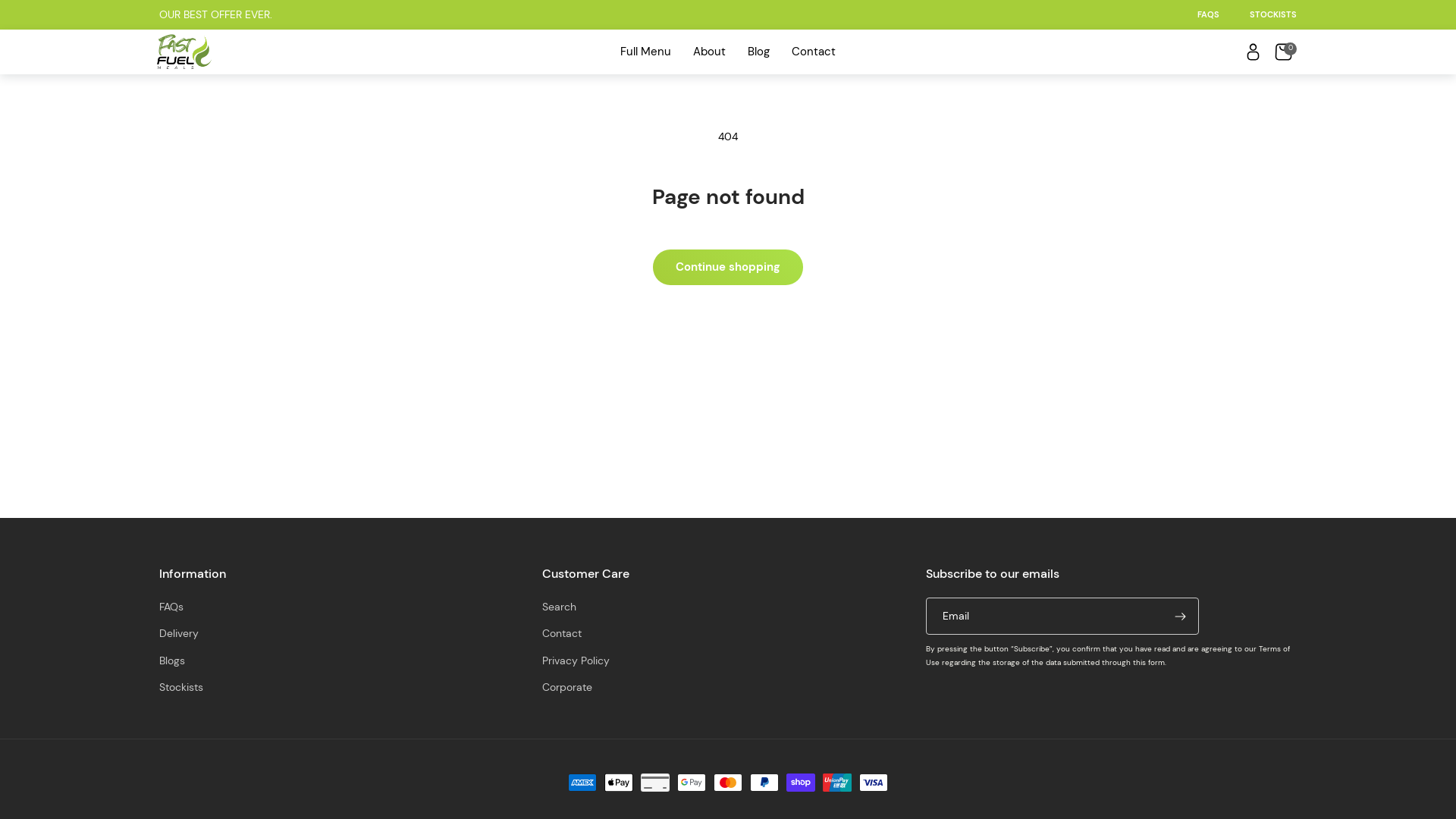 The image size is (1456, 819). I want to click on 'Stockists', so click(181, 687).